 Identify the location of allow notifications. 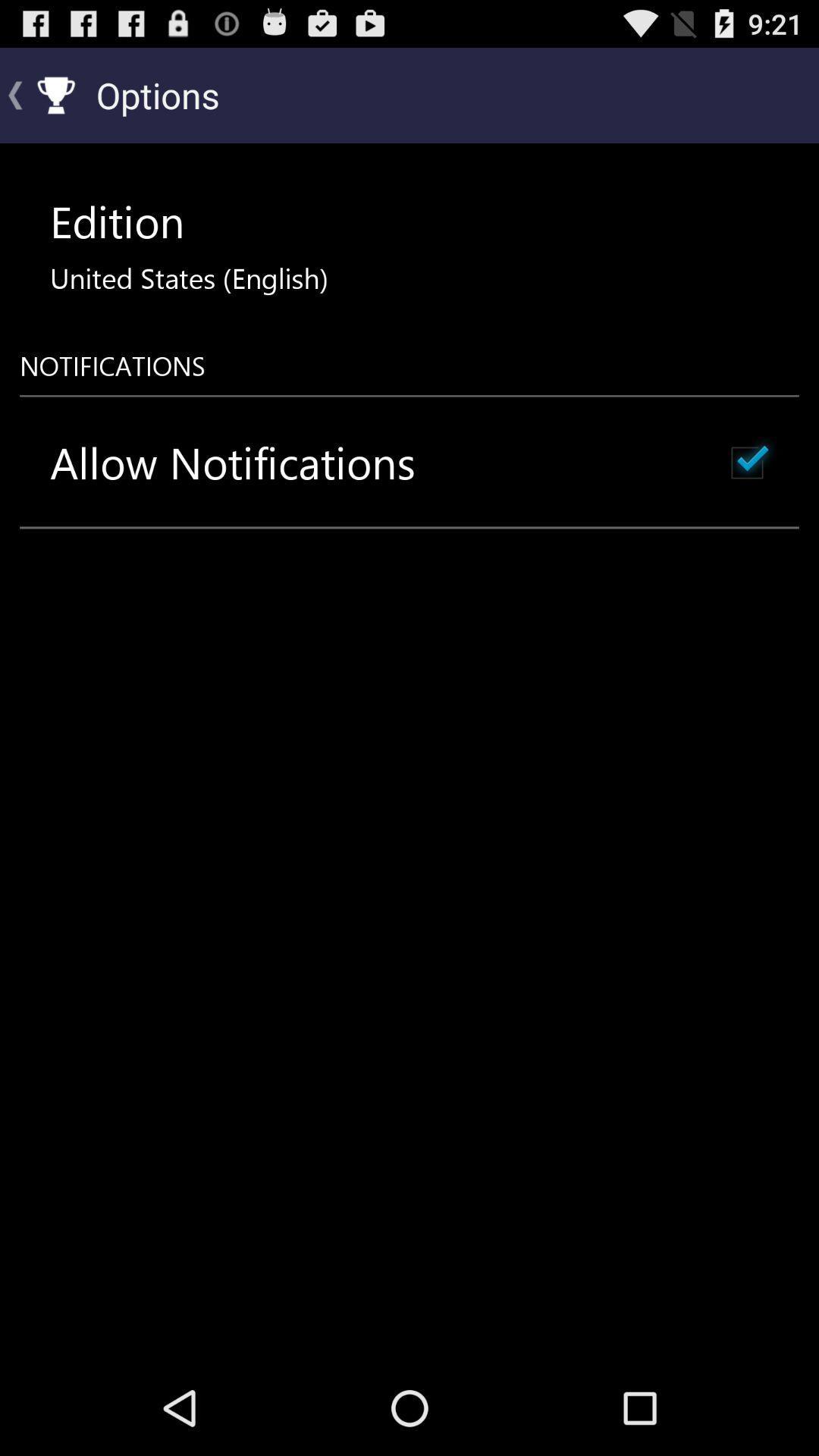
(233, 462).